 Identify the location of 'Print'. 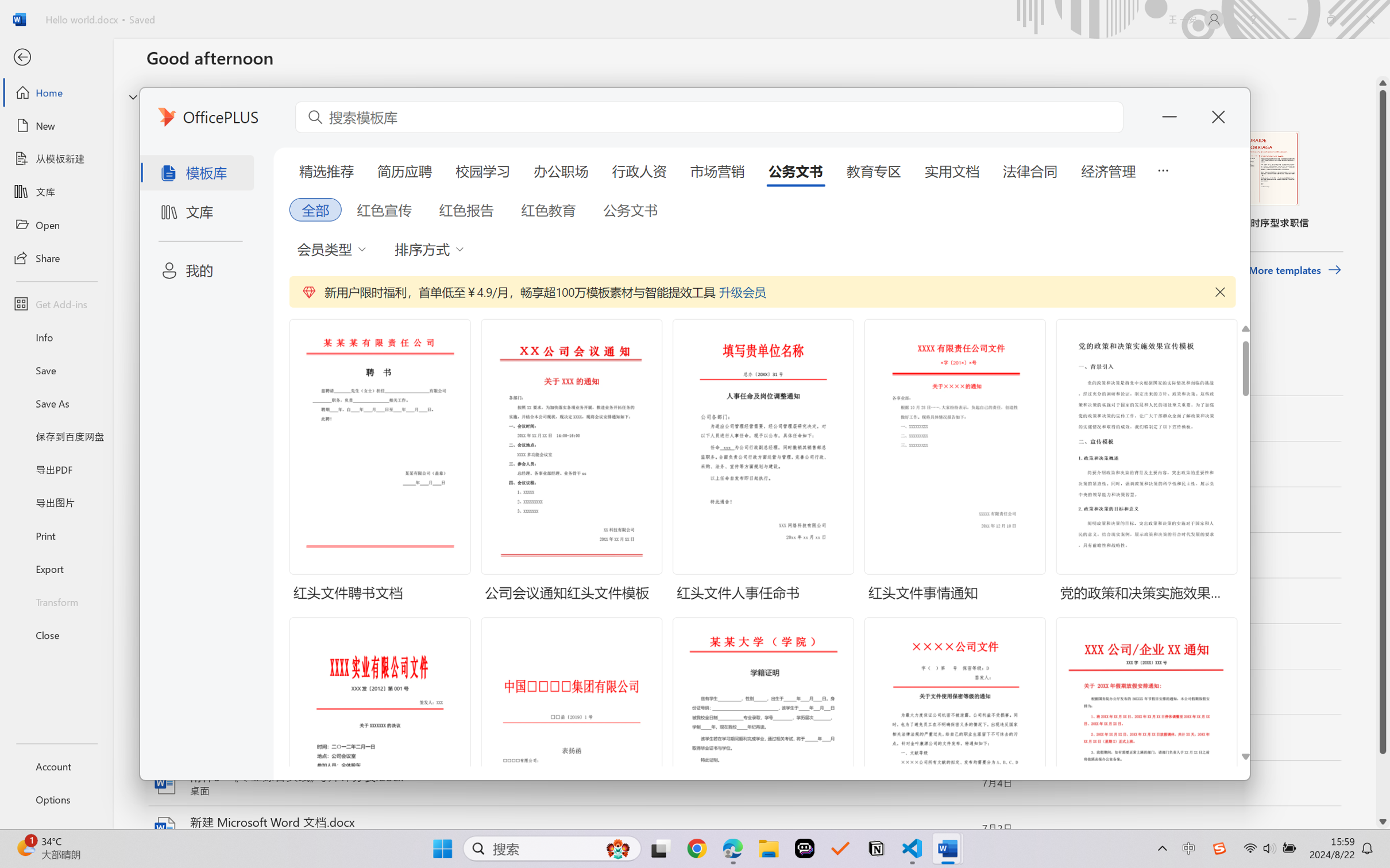
(56, 536).